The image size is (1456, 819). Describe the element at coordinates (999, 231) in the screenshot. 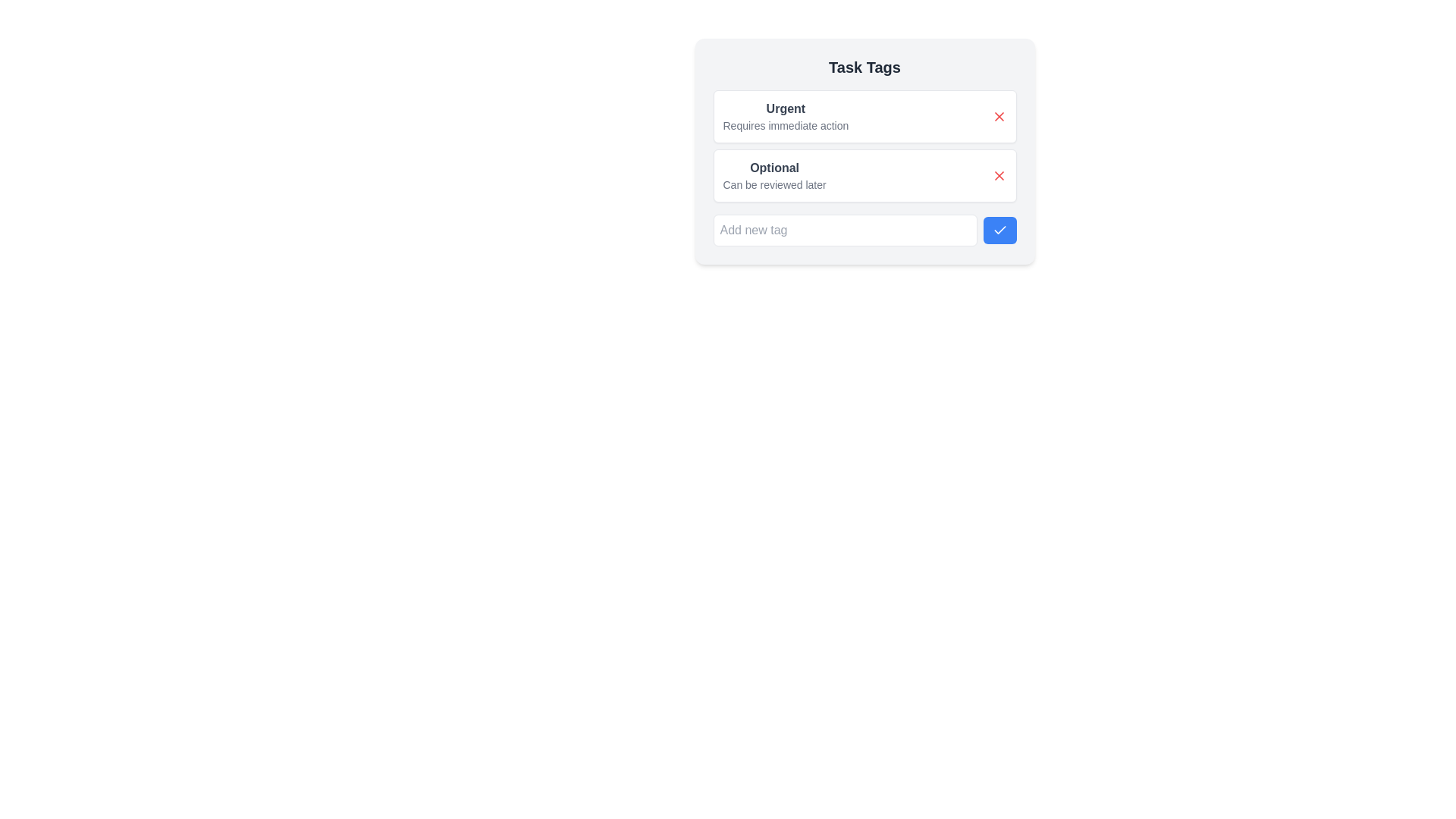

I see `the button located at the rightmost end of the row containing the input box to confirm an action` at that location.